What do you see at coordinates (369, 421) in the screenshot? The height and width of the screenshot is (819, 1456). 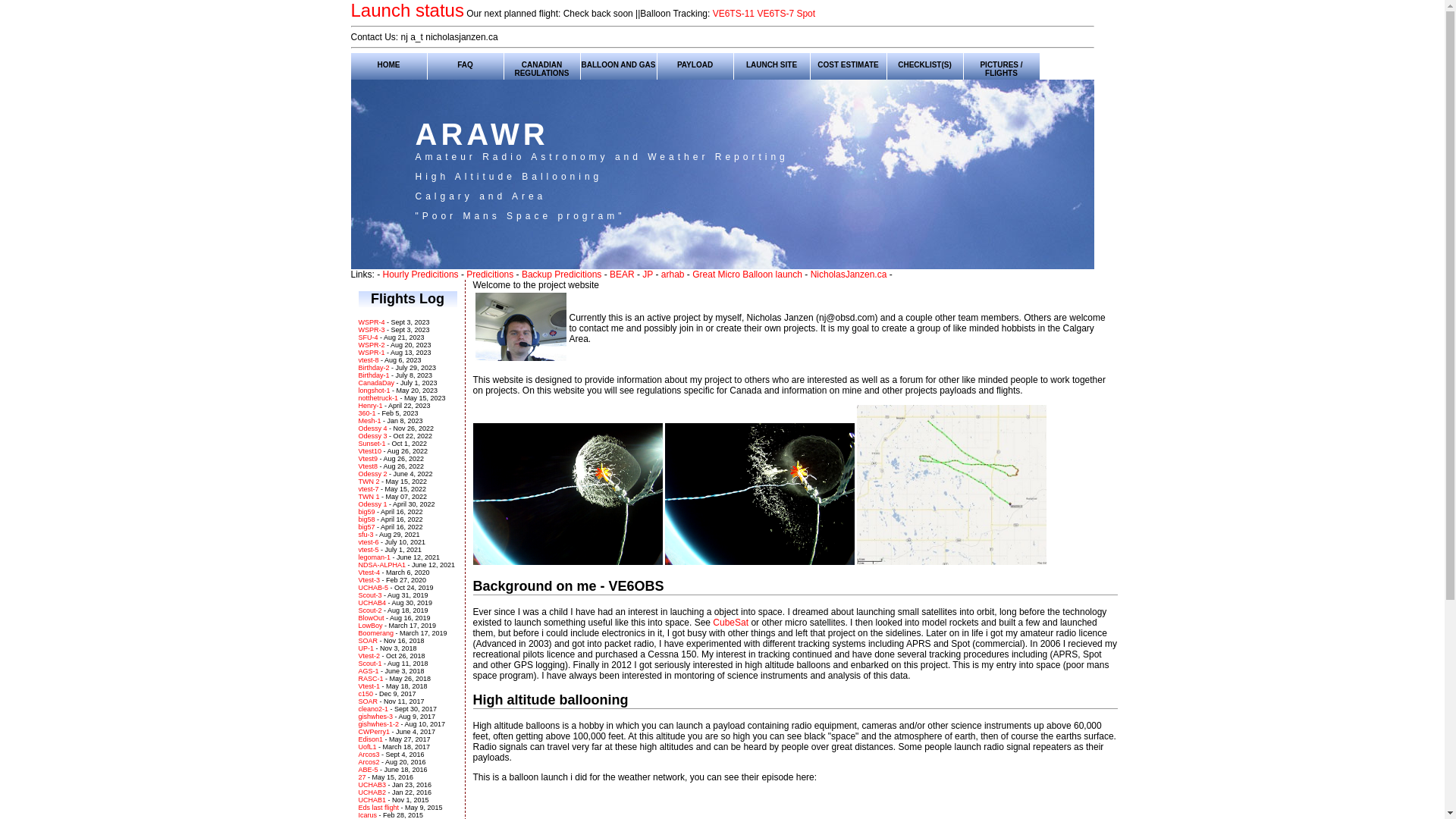 I see `'Mesh-1'` at bounding box center [369, 421].